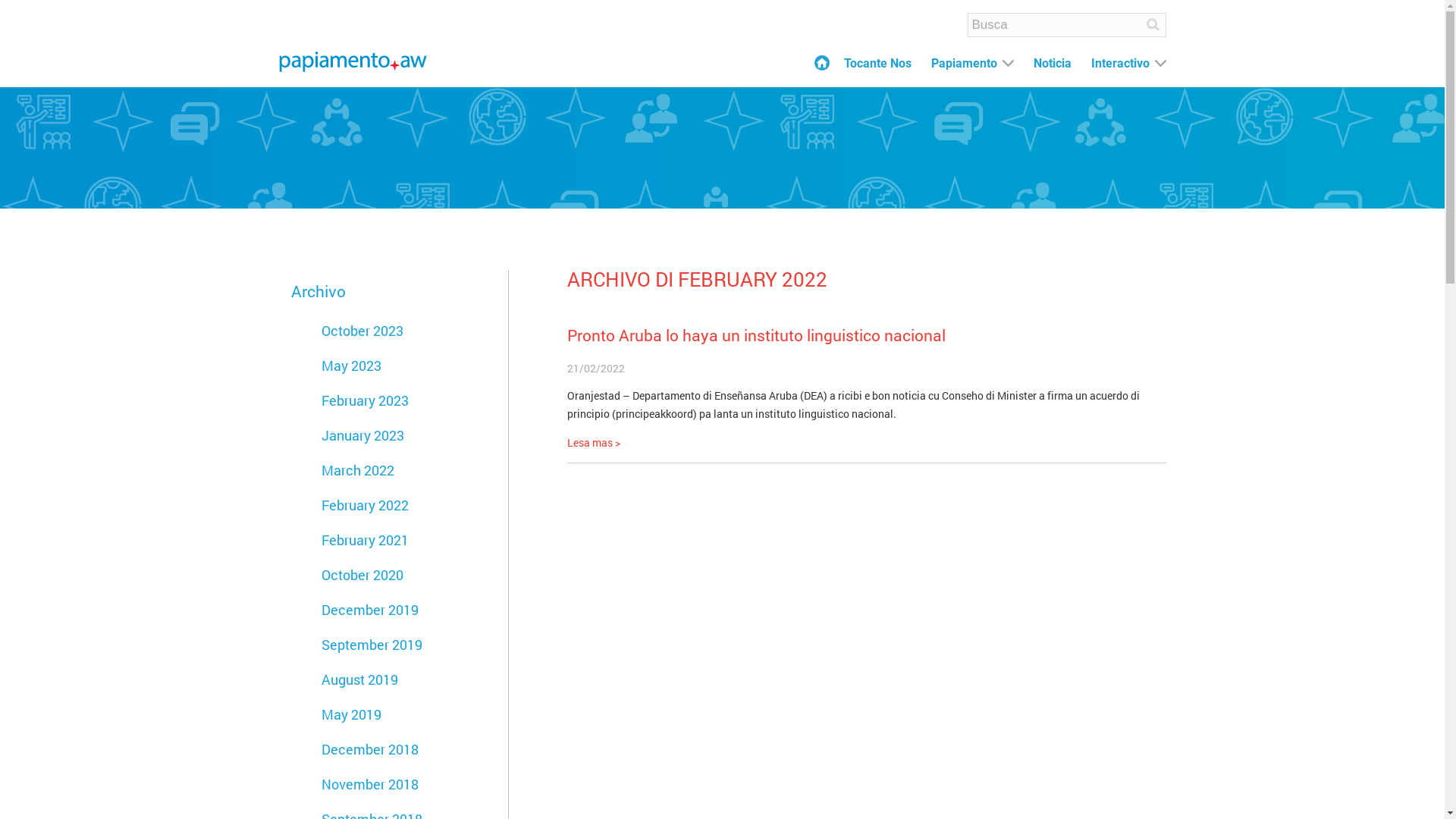  Describe the element at coordinates (320, 783) in the screenshot. I see `'November 2018'` at that location.